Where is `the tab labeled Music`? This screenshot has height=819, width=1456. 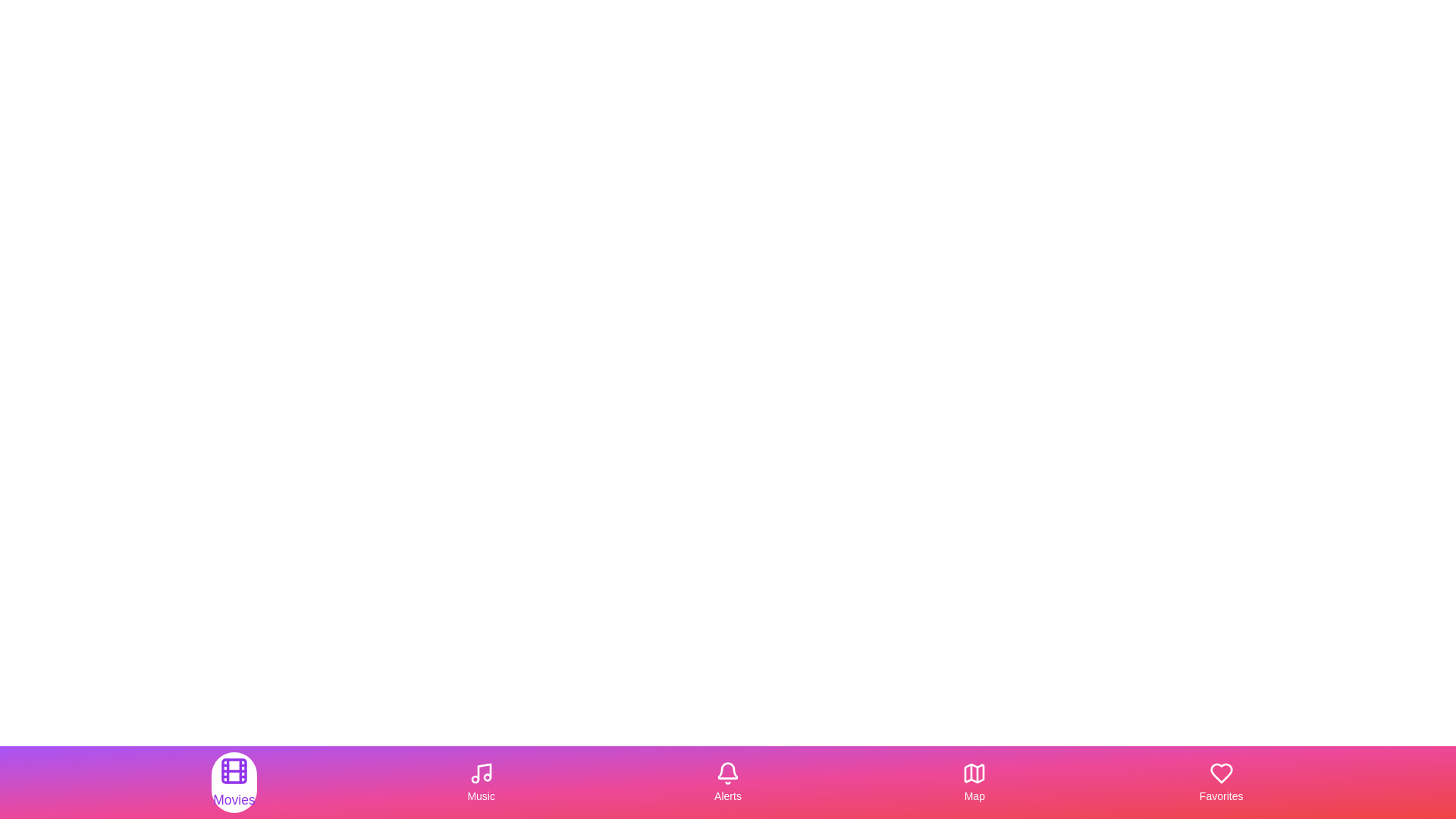
the tab labeled Music is located at coordinates (479, 783).